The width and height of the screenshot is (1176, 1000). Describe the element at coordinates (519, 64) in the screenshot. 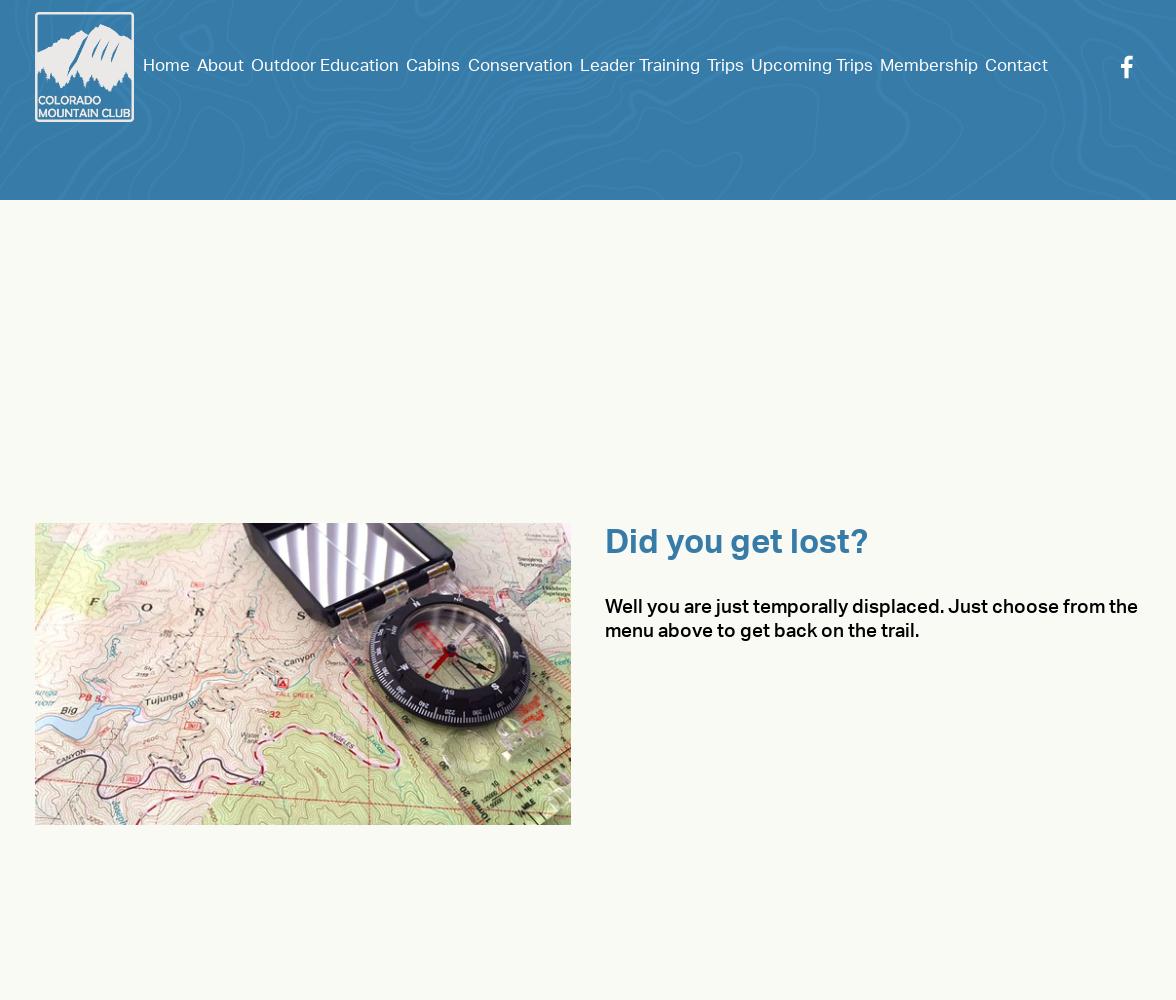

I see `'Conservation'` at that location.